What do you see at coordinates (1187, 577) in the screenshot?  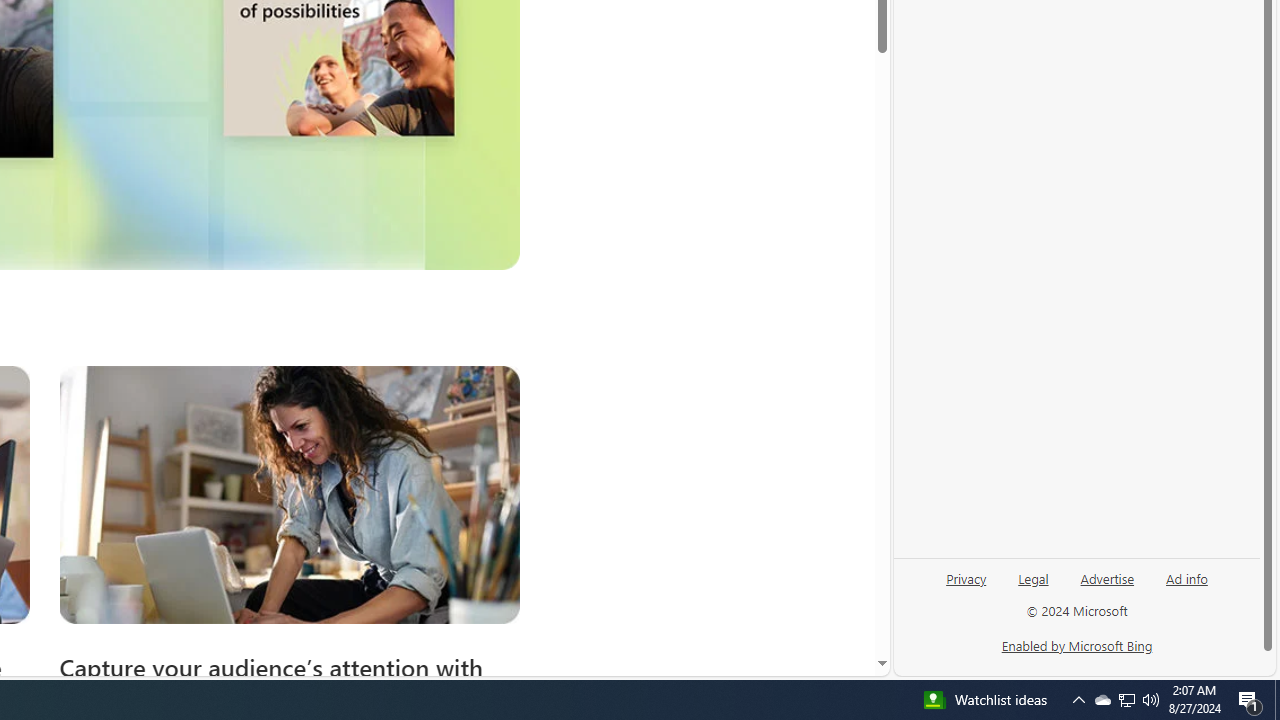 I see `'Ad info'` at bounding box center [1187, 577].